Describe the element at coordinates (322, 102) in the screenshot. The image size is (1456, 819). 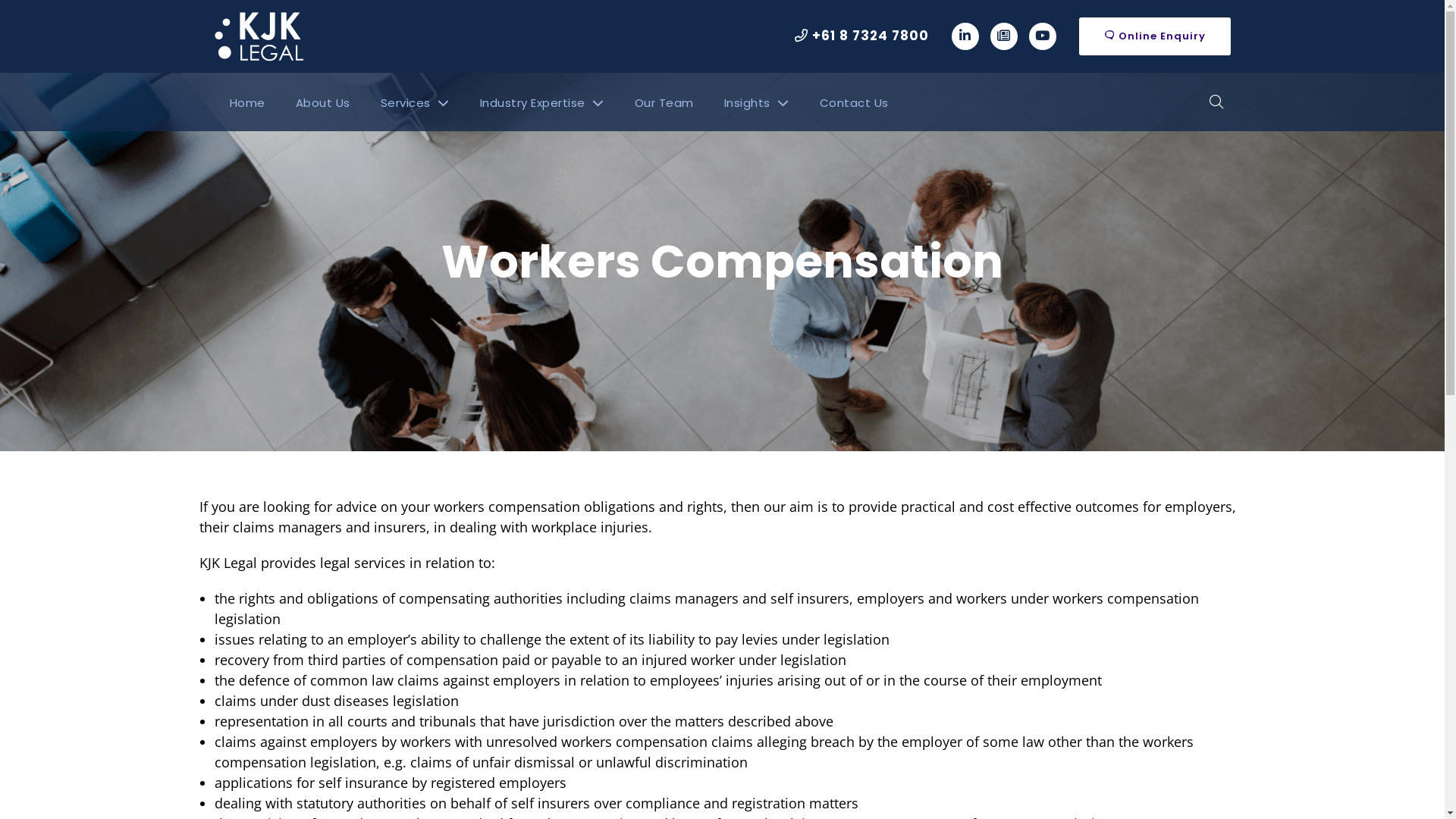
I see `'About Us'` at that location.